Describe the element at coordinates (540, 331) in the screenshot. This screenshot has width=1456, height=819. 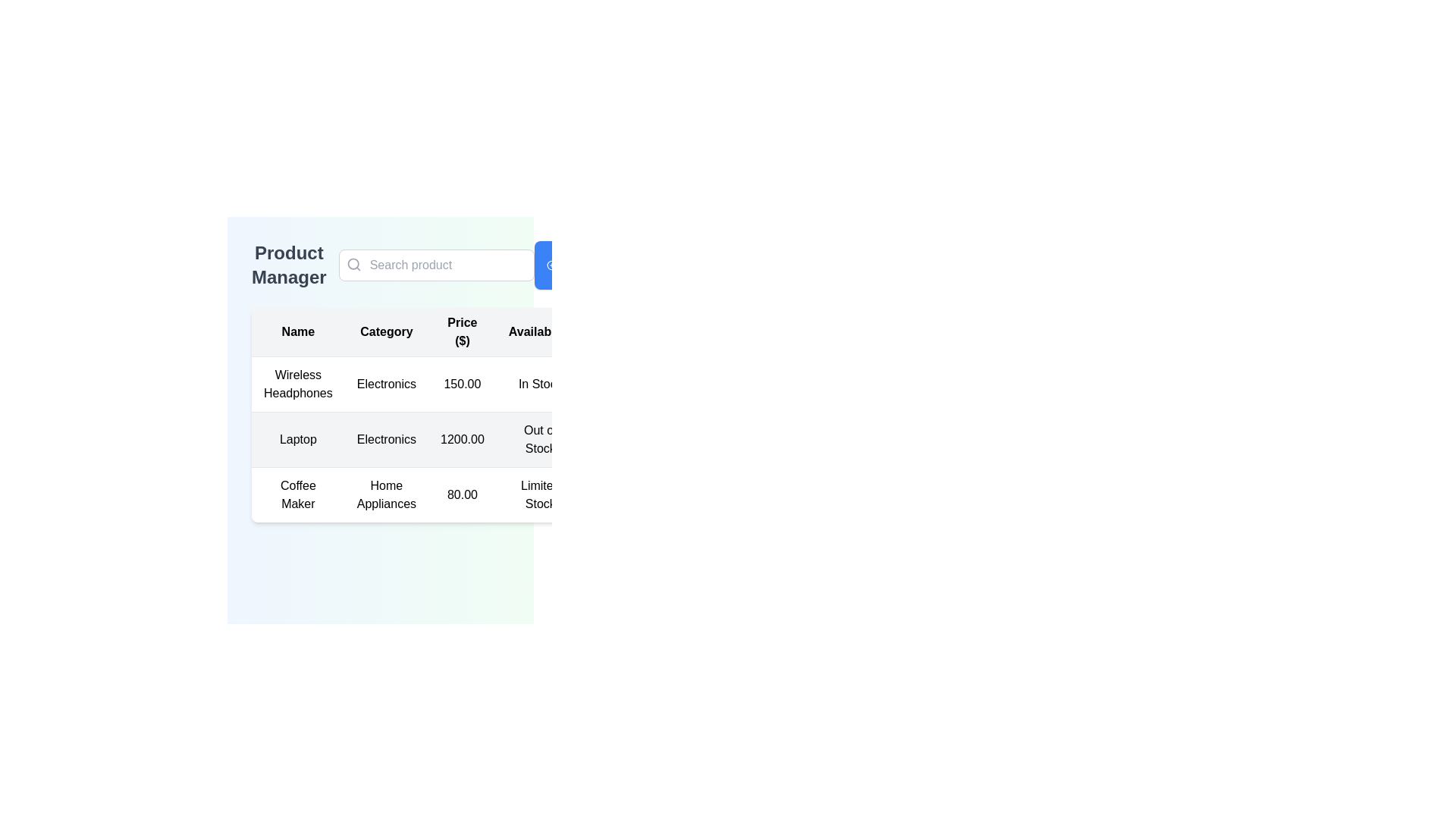
I see `the table header element located at the fourth position, indicating availability-related information for listed items, situated between 'Price ($)' and 'Actions'` at that location.